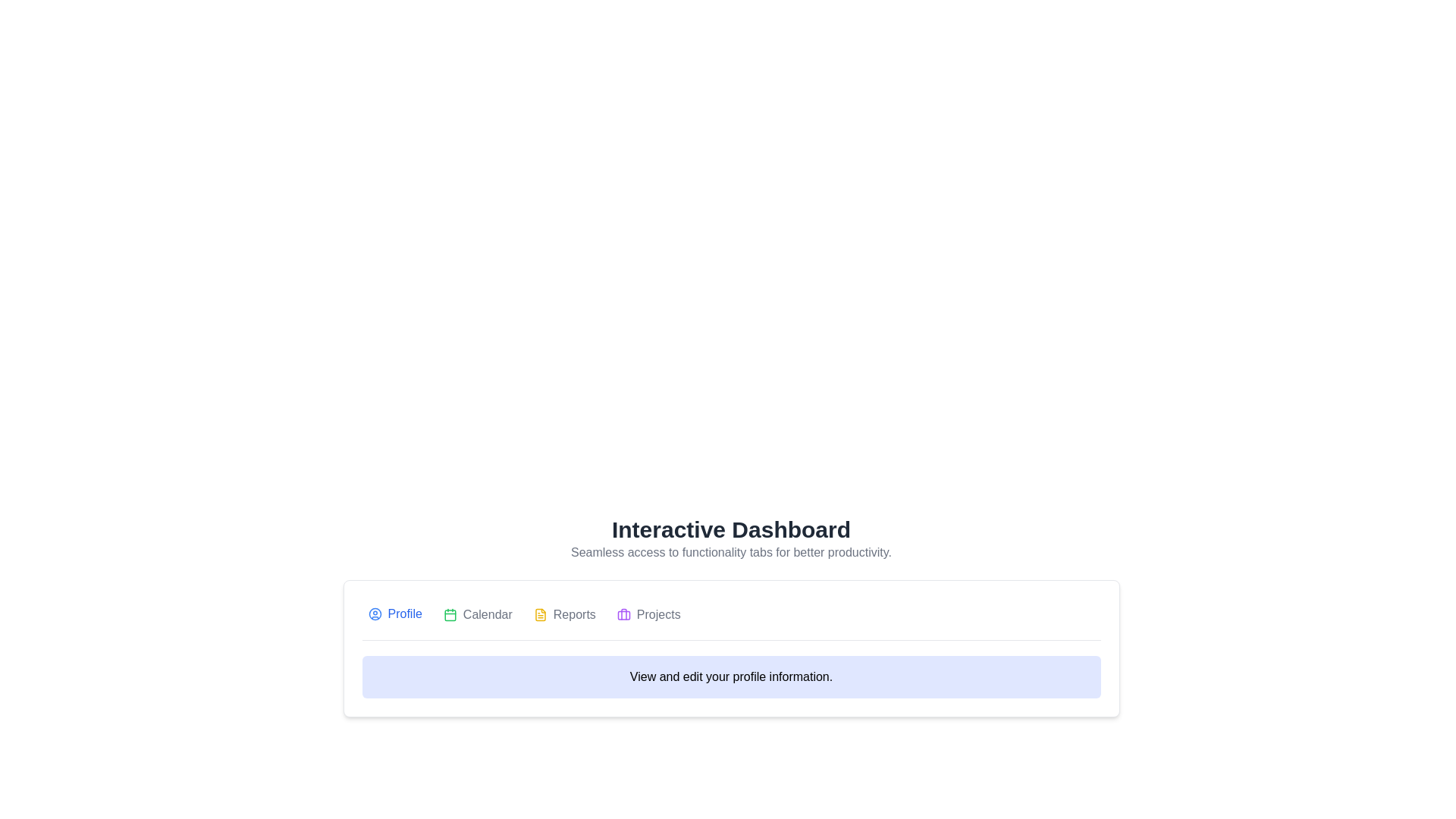  Describe the element at coordinates (477, 614) in the screenshot. I see `the 'Calendar' button, which is the second navigation option in the horizontal navigation bar` at that location.